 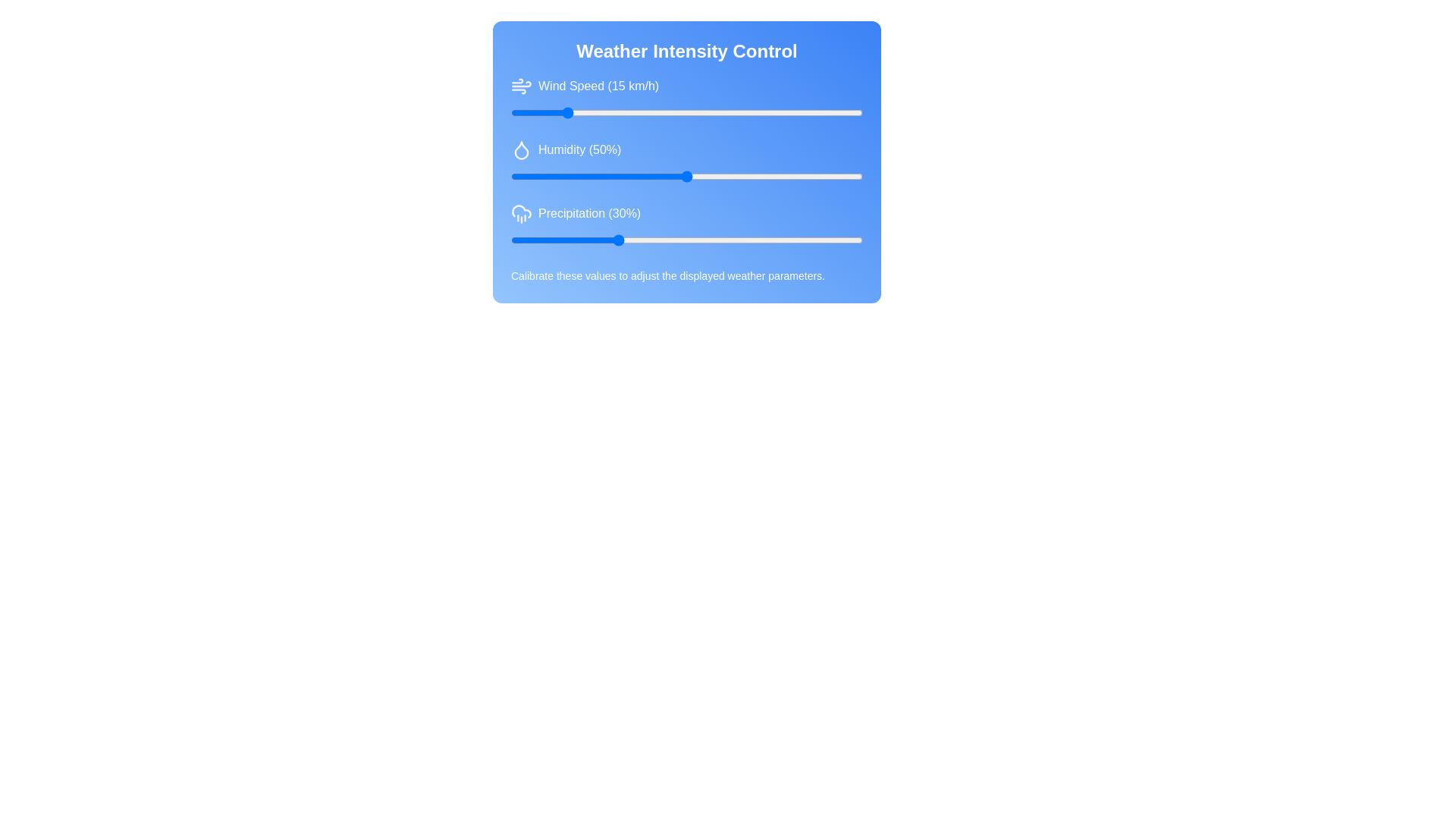 I want to click on the slider of the 'Precipitation (30%)' control, which features a rain cloud icon and is positioned beneath the 'Humidity (50%)' control in a vertical list, so click(x=686, y=225).